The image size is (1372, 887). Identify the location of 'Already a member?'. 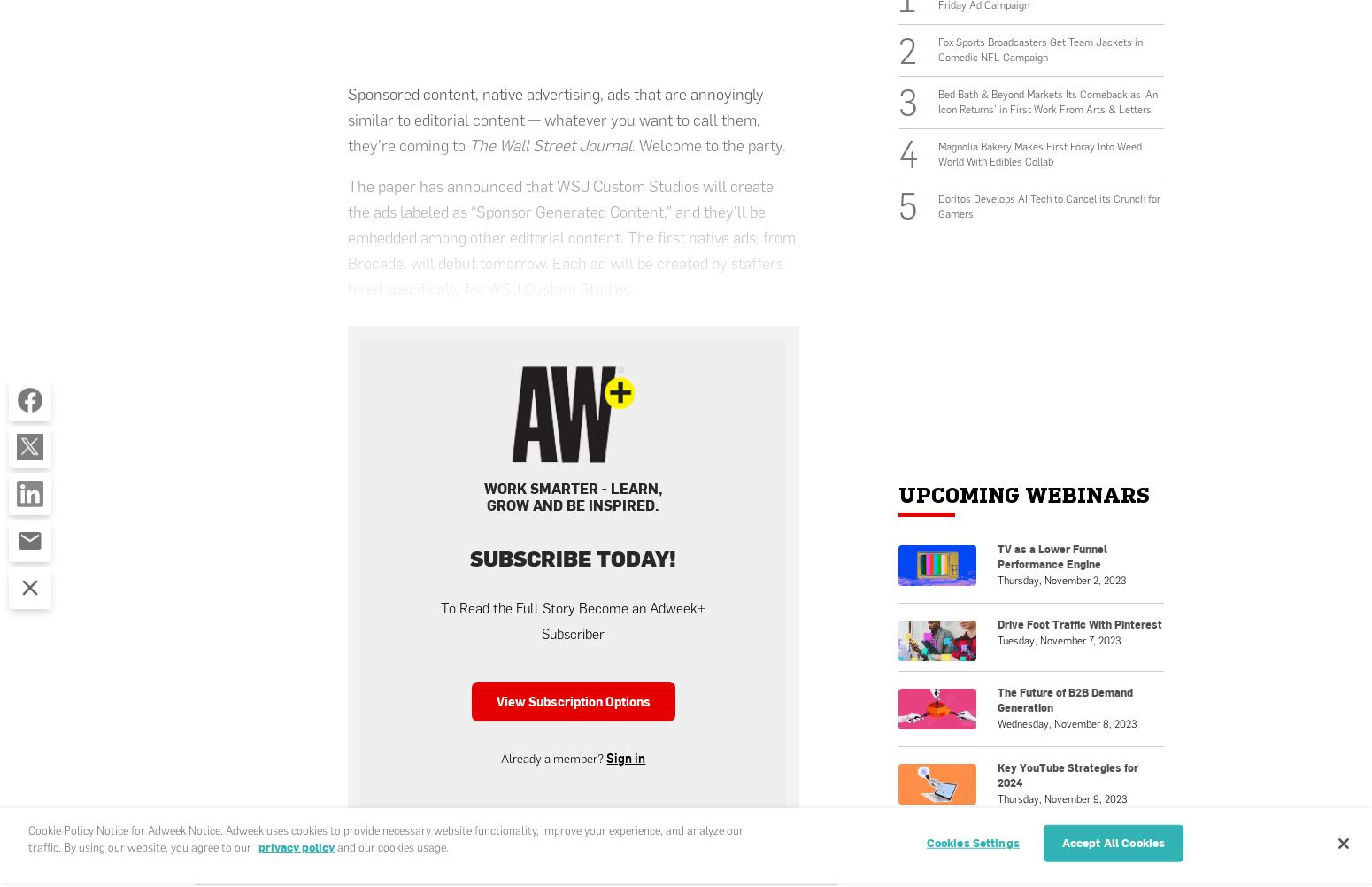
(552, 758).